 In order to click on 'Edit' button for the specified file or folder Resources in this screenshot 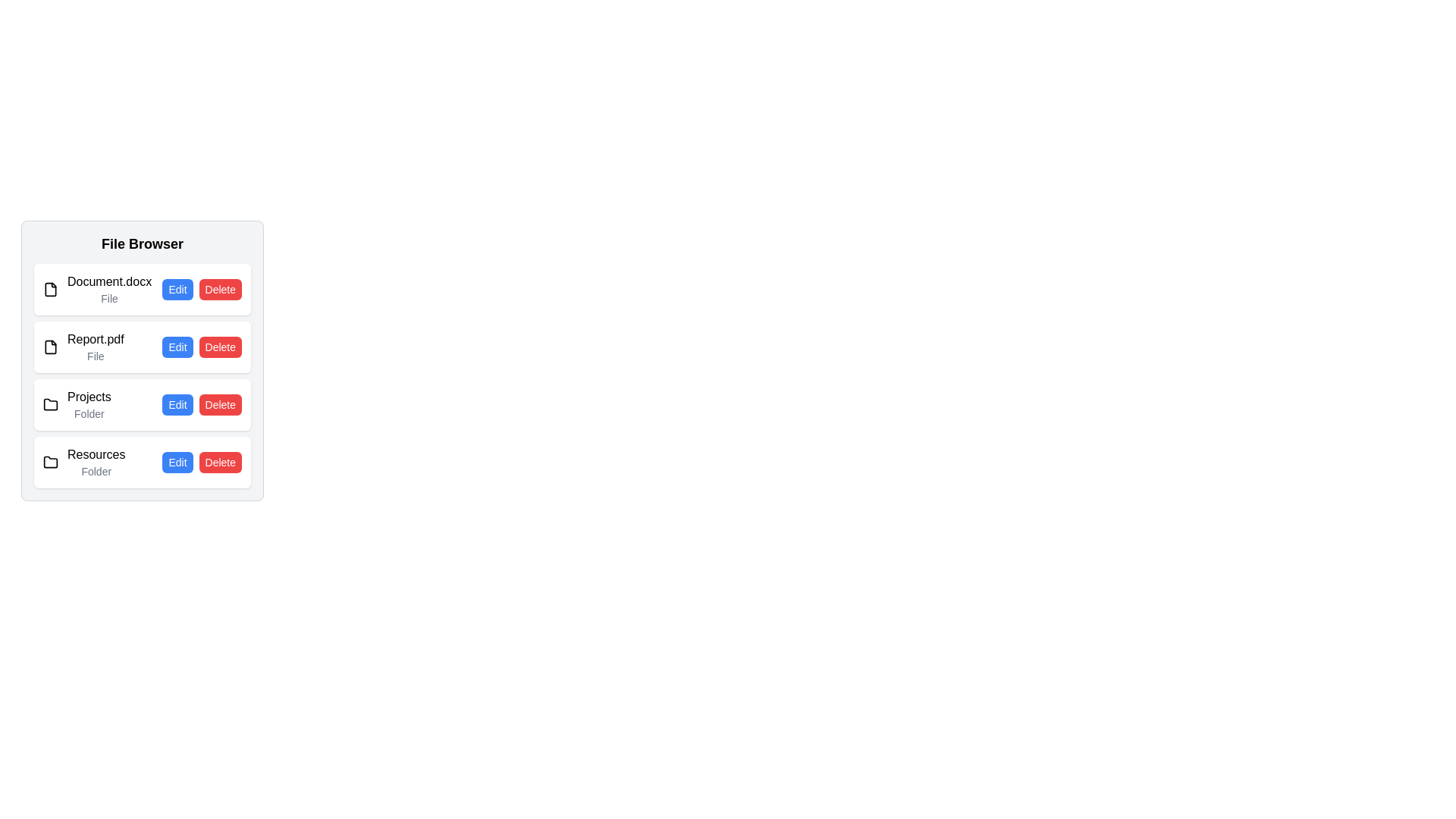, I will do `click(177, 461)`.